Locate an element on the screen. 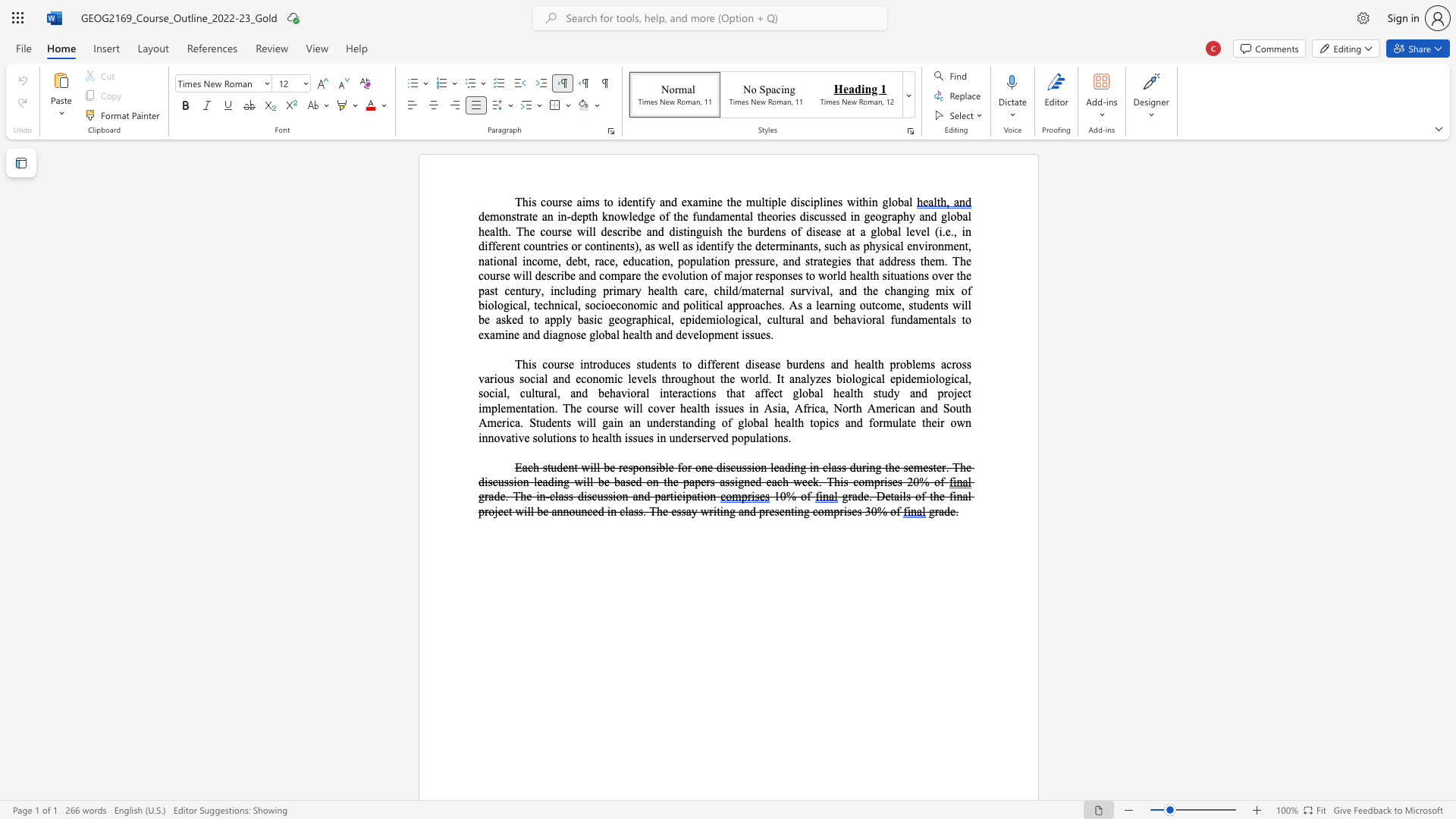 This screenshot has height=819, width=1456. the 4th character "t" in the text is located at coordinates (872, 260).